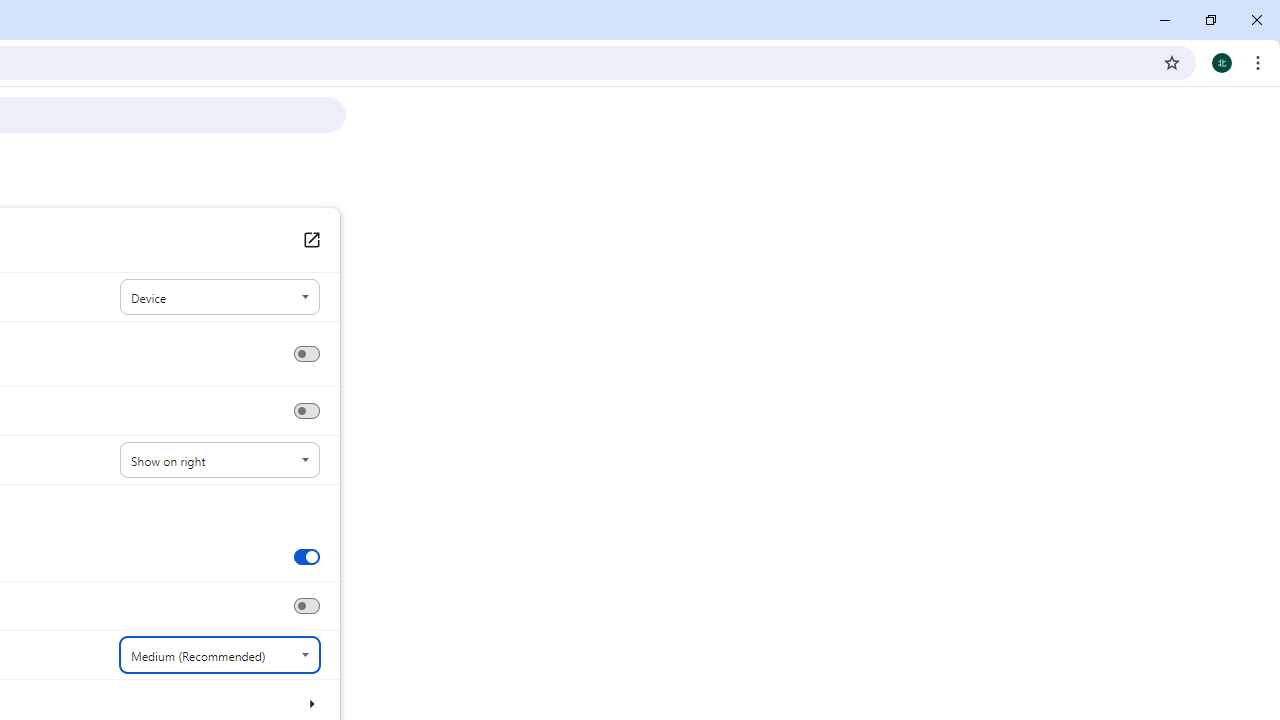 This screenshot has height=720, width=1280. I want to click on 'Font size', so click(219, 655).